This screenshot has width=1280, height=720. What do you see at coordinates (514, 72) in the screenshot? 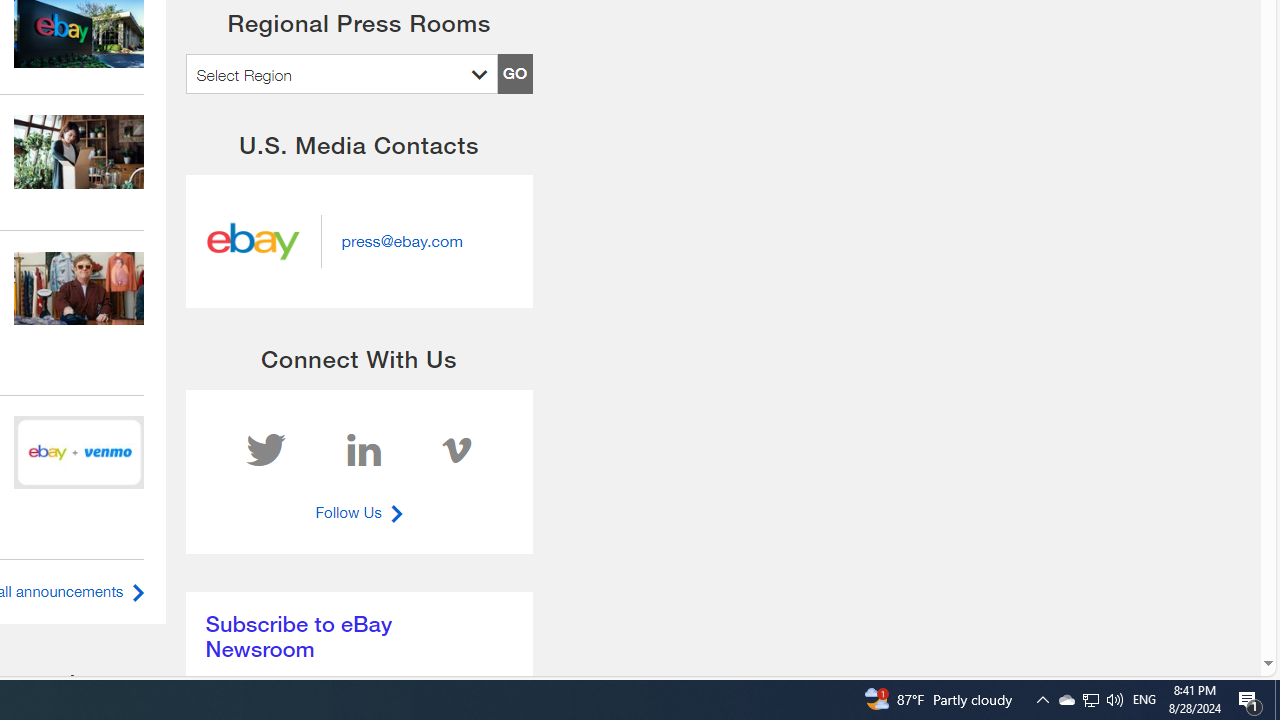
I see `'GO'` at bounding box center [514, 72].